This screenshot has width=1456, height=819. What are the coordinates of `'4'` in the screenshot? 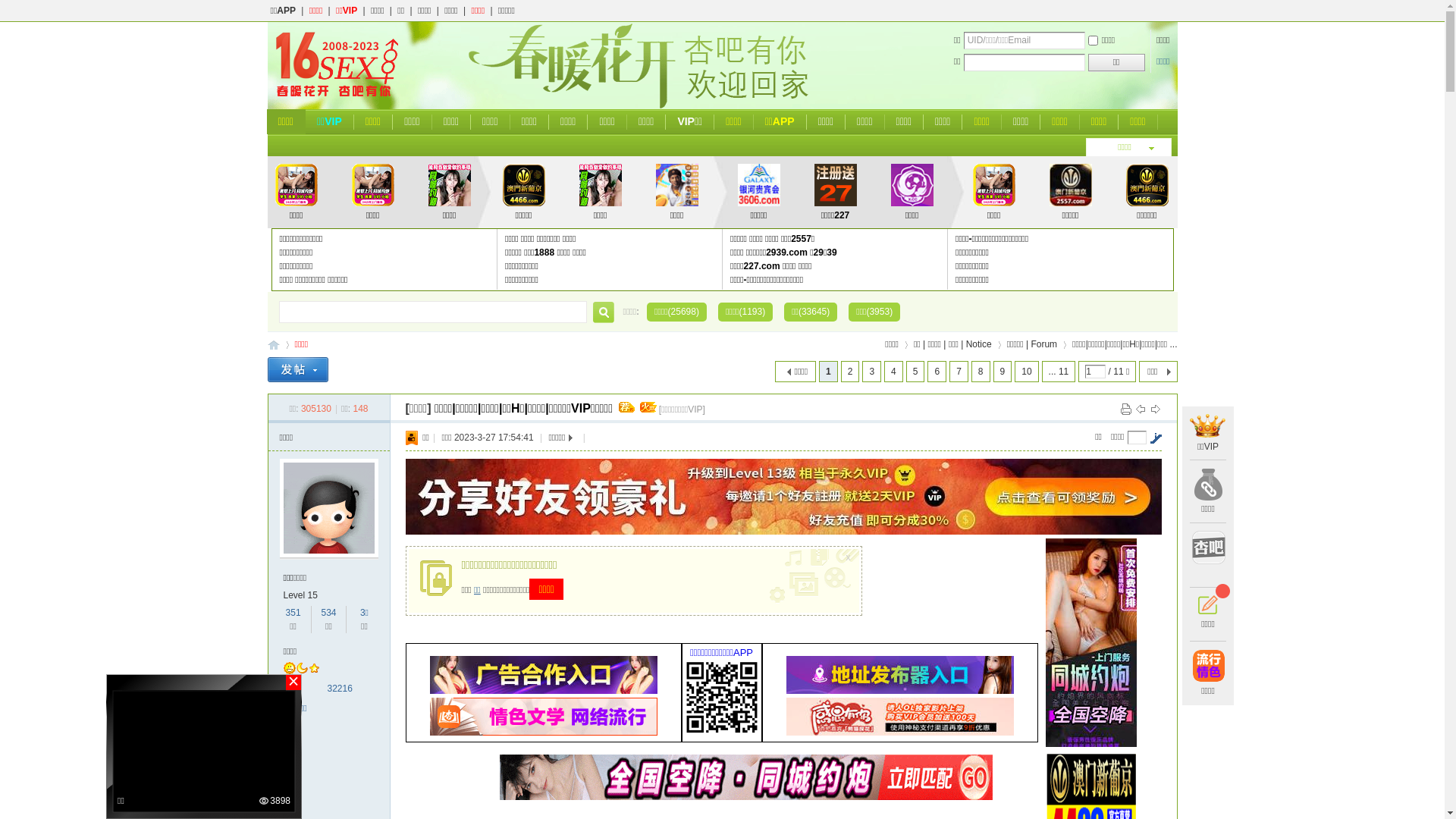 It's located at (893, 371).